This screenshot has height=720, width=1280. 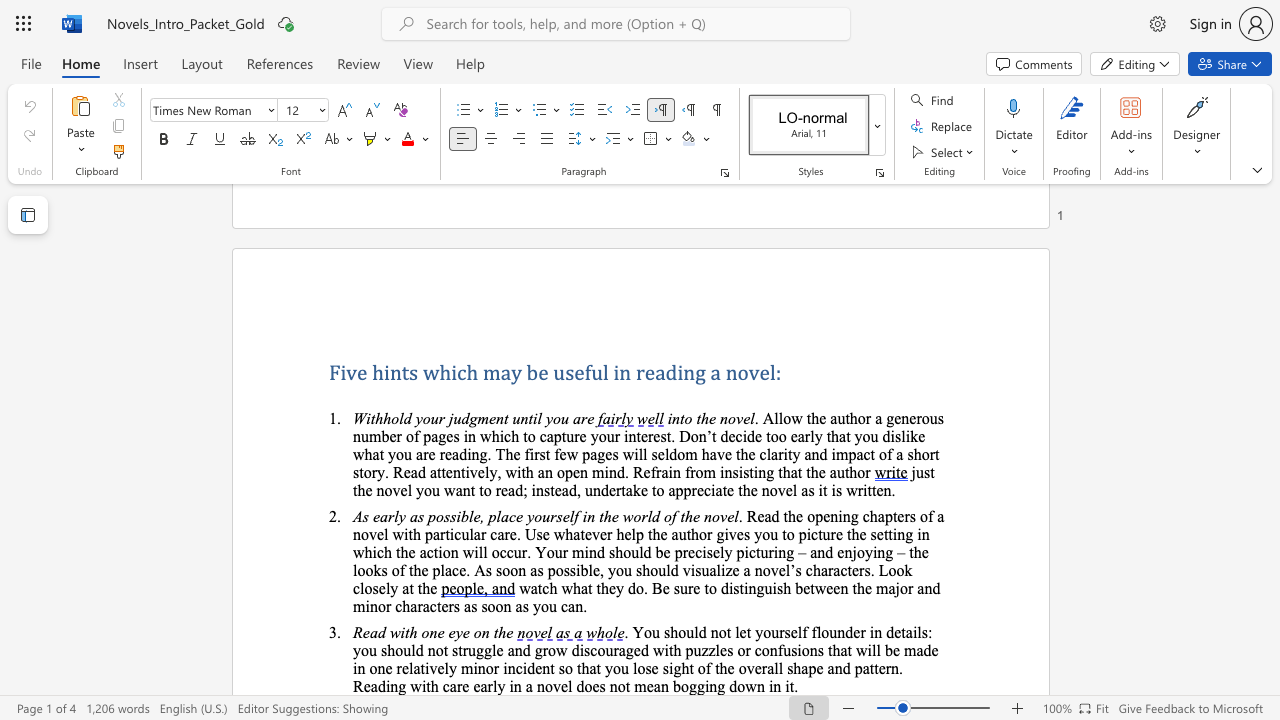 What do you see at coordinates (688, 685) in the screenshot?
I see `the subset text "gging dow" within the text "incident so that you lose sight of the overall shape and pattern. Reading with care early in a novel does not mean bogging down in it."` at bounding box center [688, 685].